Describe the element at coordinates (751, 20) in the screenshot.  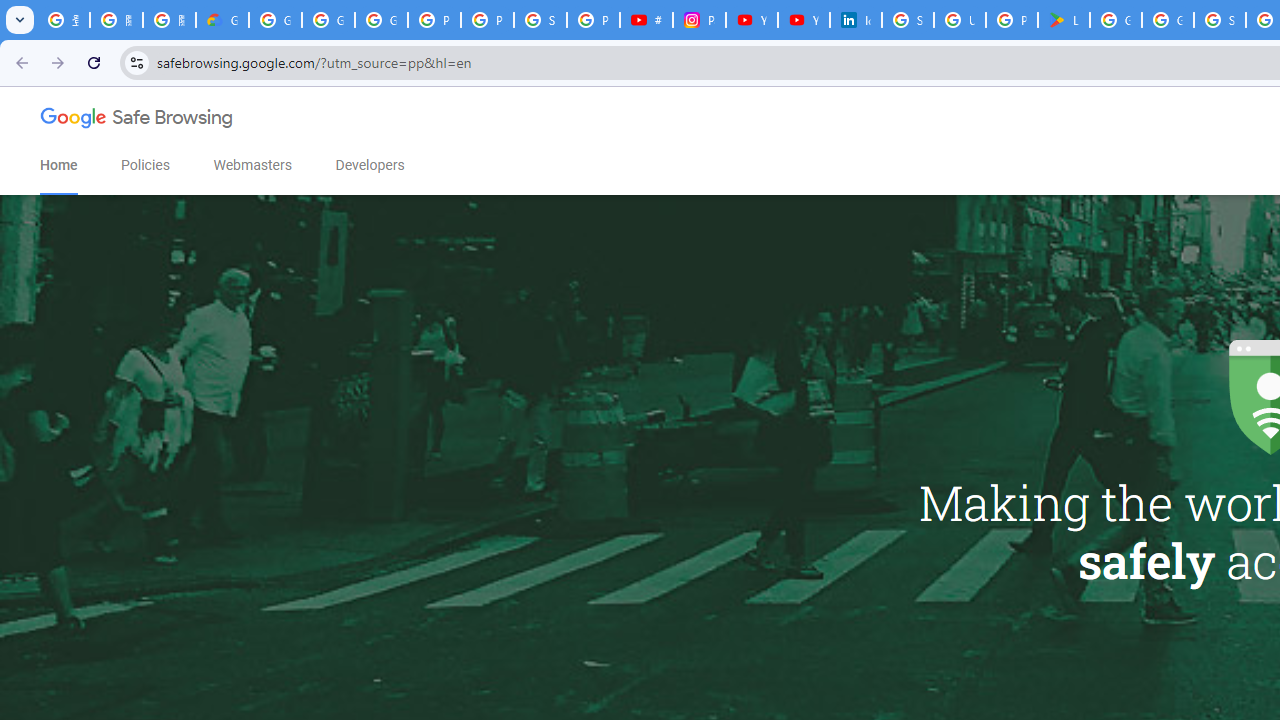
I see `'YouTube Culture & Trends - On The Rise: Handcam Videos'` at that location.